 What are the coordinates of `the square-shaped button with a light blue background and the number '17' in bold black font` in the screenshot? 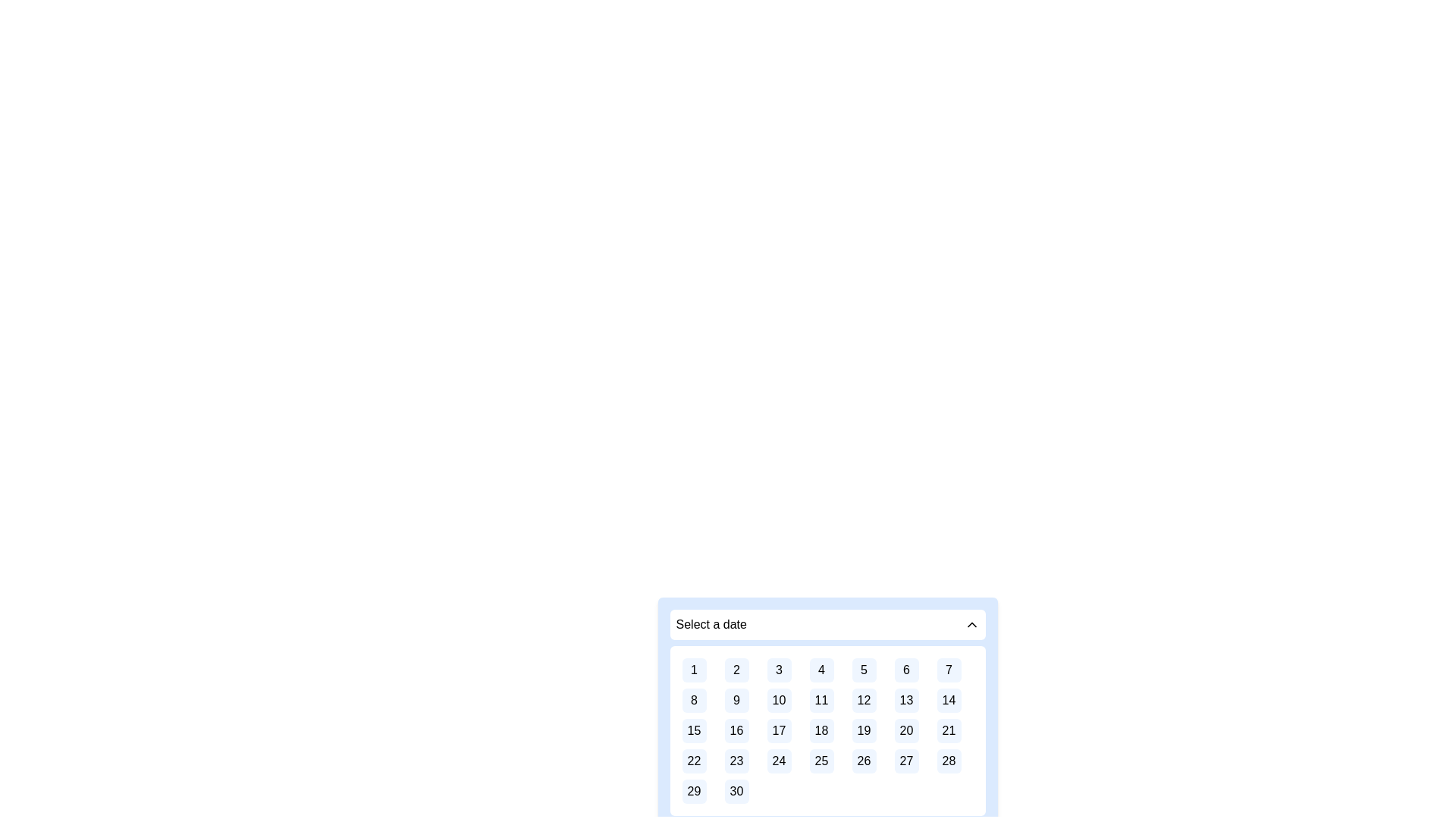 It's located at (779, 730).